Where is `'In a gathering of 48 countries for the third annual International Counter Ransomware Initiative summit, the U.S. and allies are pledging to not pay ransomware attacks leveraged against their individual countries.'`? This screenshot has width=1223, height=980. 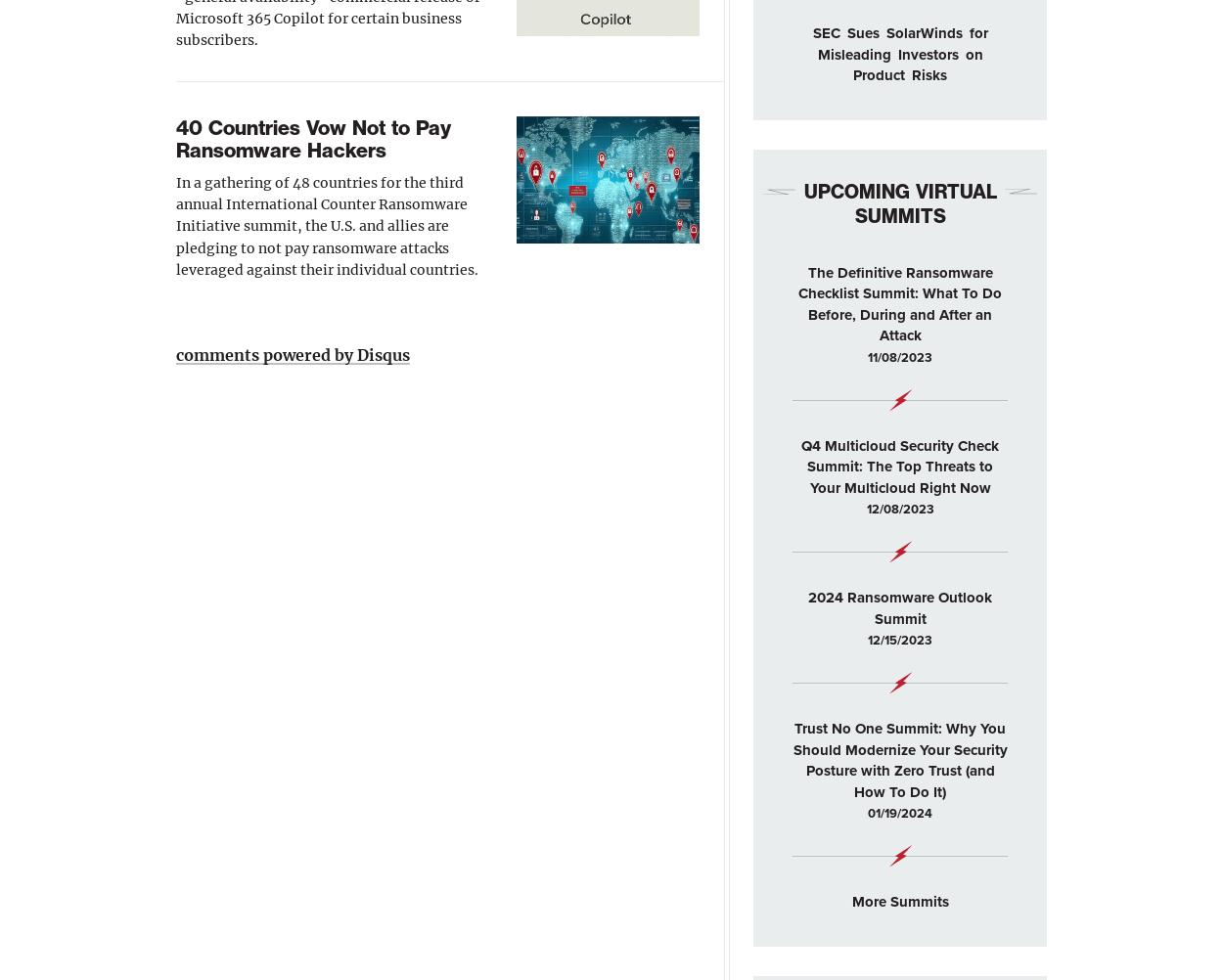 'In a gathering of 48 countries for the third annual International Counter Ransomware Initiative summit, the U.S. and allies are pledging to not pay ransomware attacks leveraged against their individual countries.' is located at coordinates (326, 225).